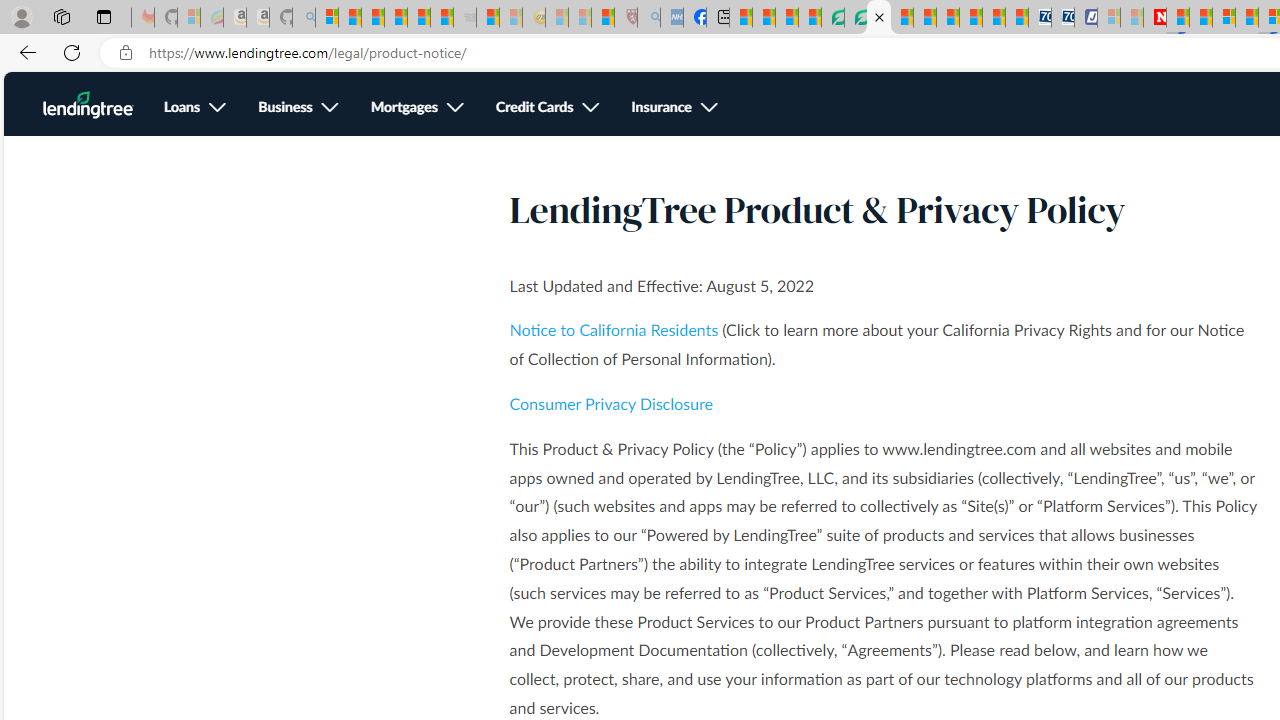 The width and height of the screenshot is (1280, 720). Describe the element at coordinates (416, 108) in the screenshot. I see `'Mortgages, see more'` at that location.